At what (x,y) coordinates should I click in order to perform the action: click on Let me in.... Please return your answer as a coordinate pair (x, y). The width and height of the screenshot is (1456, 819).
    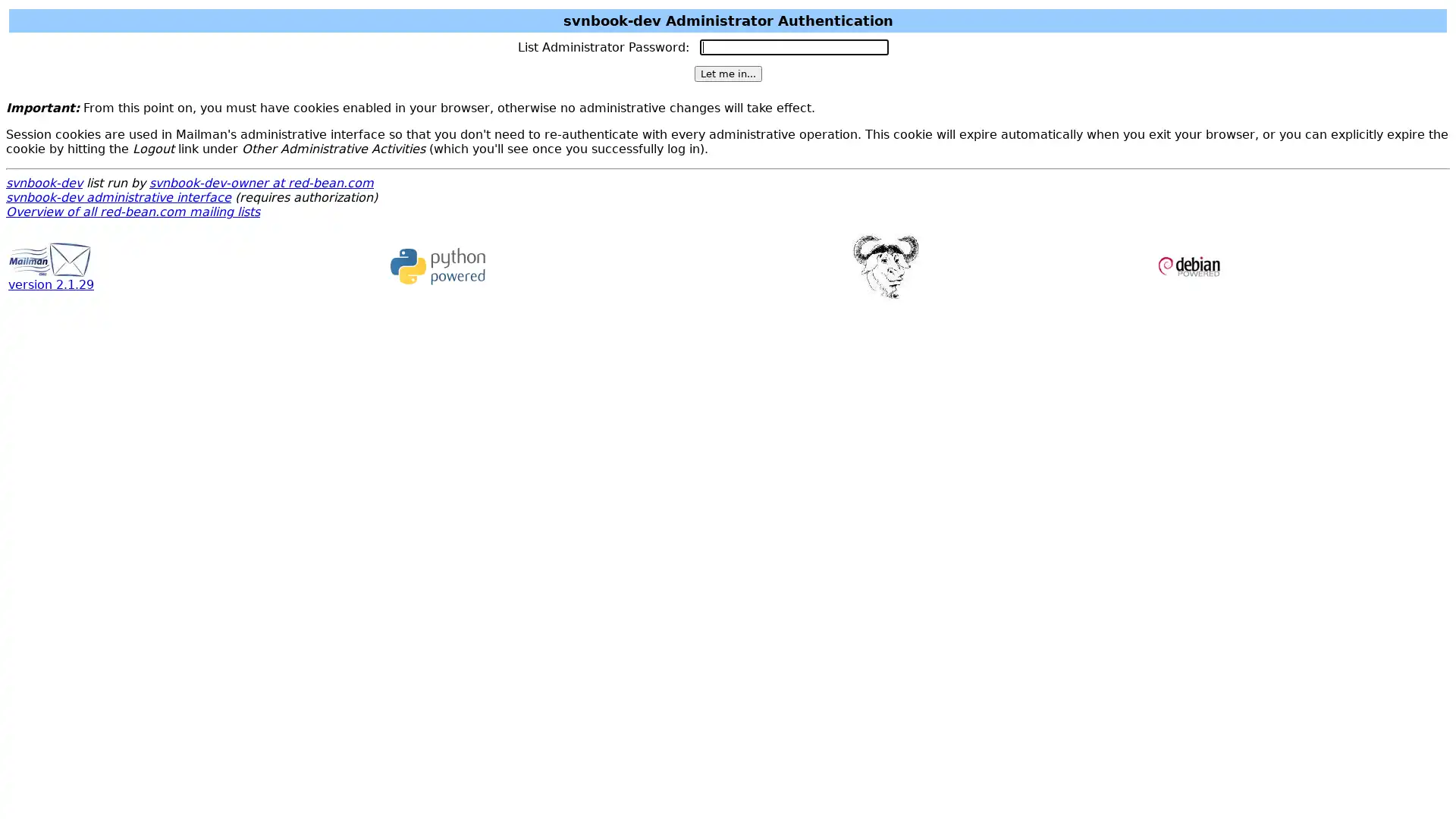
    Looking at the image, I should click on (726, 74).